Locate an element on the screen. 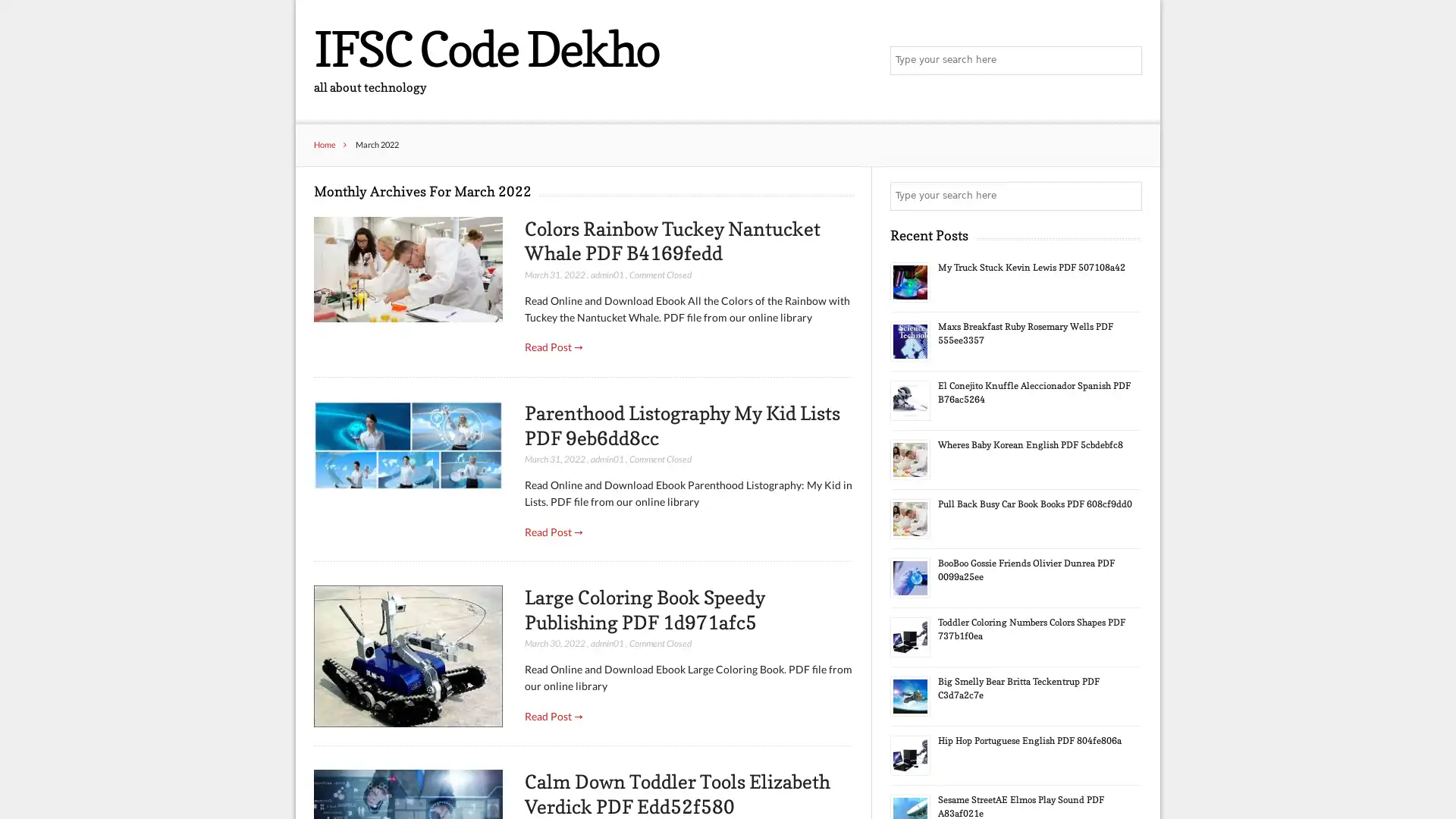 This screenshot has width=1456, height=819. Search is located at coordinates (1126, 196).